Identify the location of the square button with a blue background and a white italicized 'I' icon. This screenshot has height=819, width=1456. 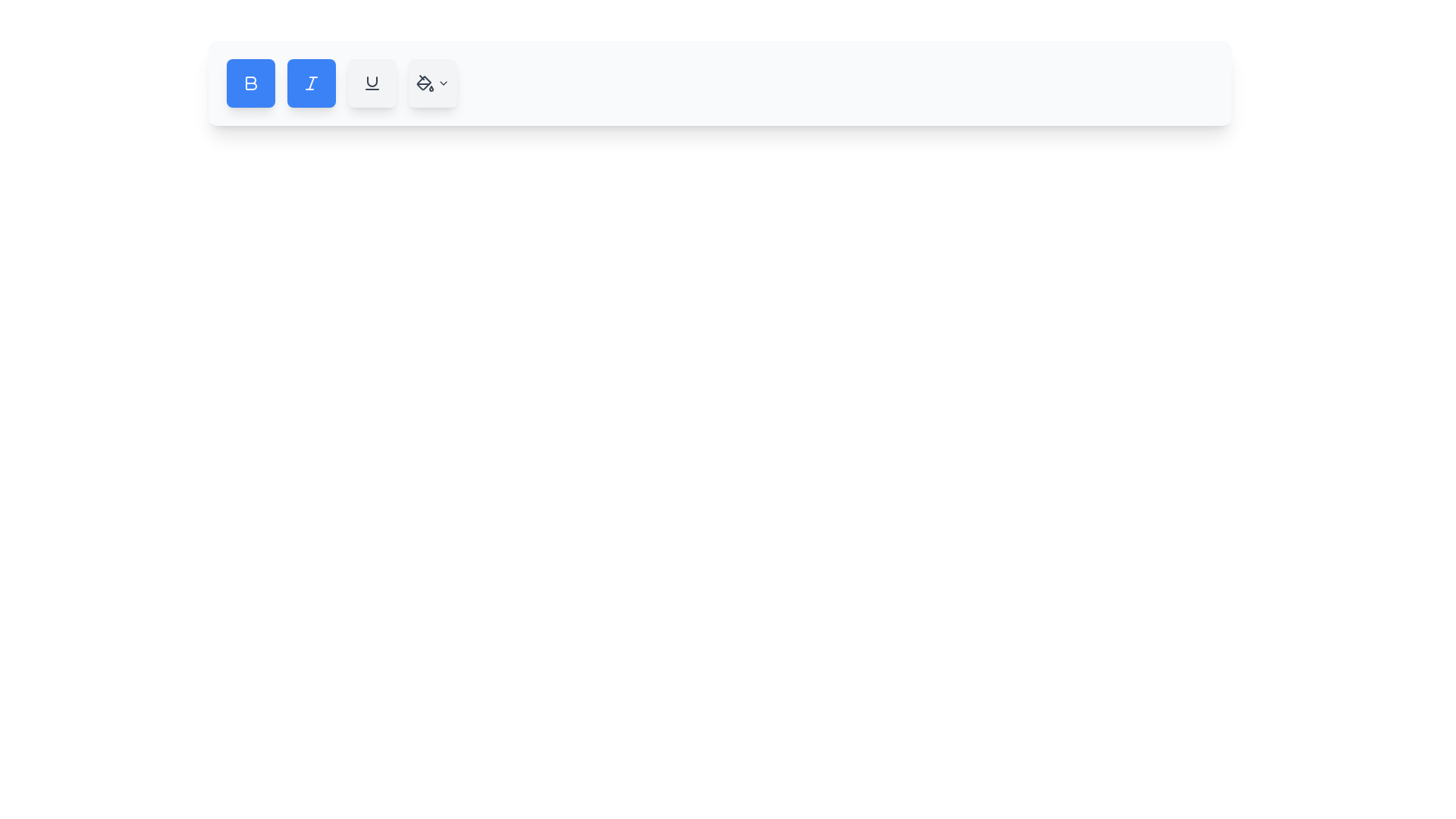
(311, 83).